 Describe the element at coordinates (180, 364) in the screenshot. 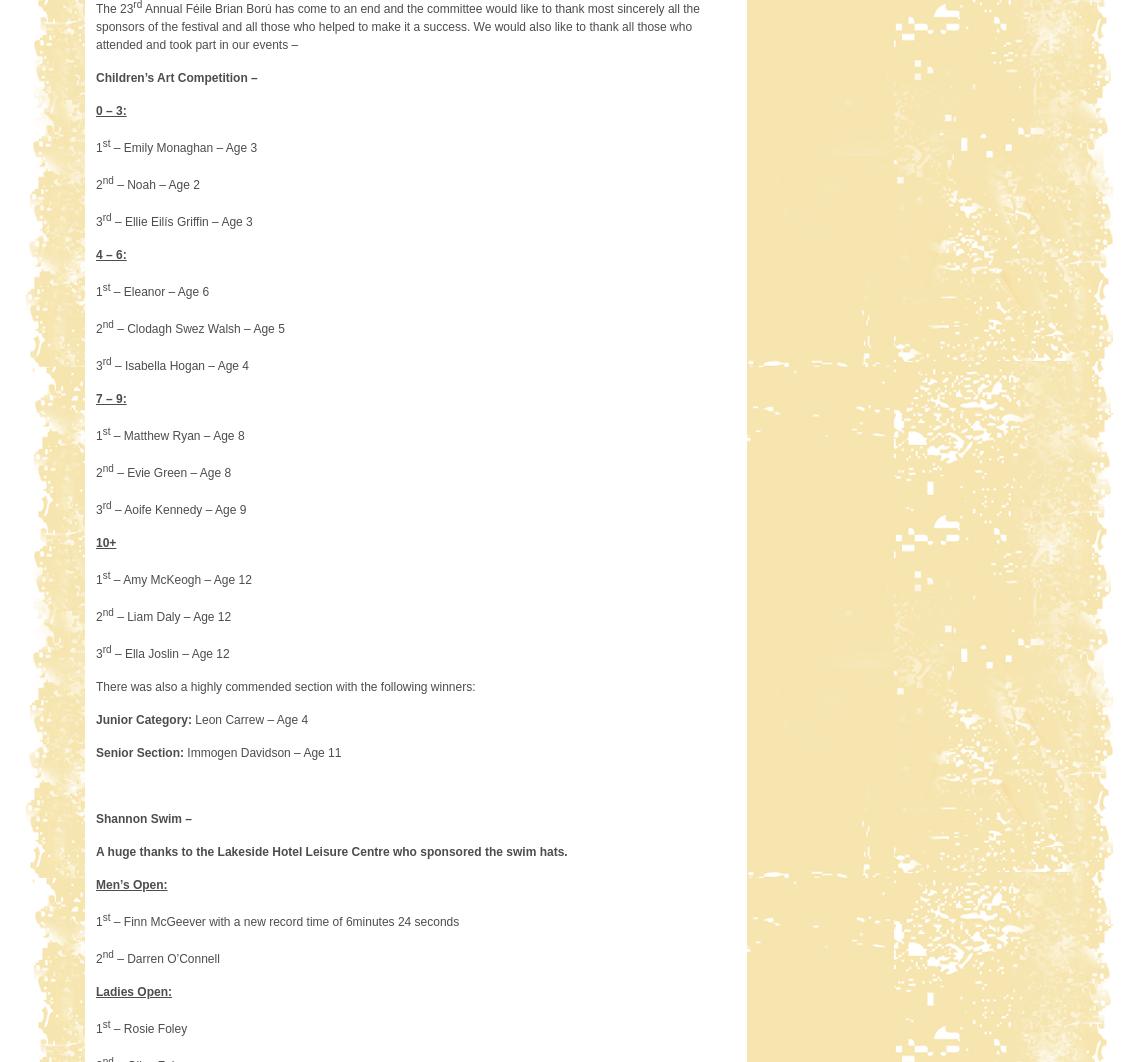

I see `'– Isabella Hogan – Age 4'` at that location.